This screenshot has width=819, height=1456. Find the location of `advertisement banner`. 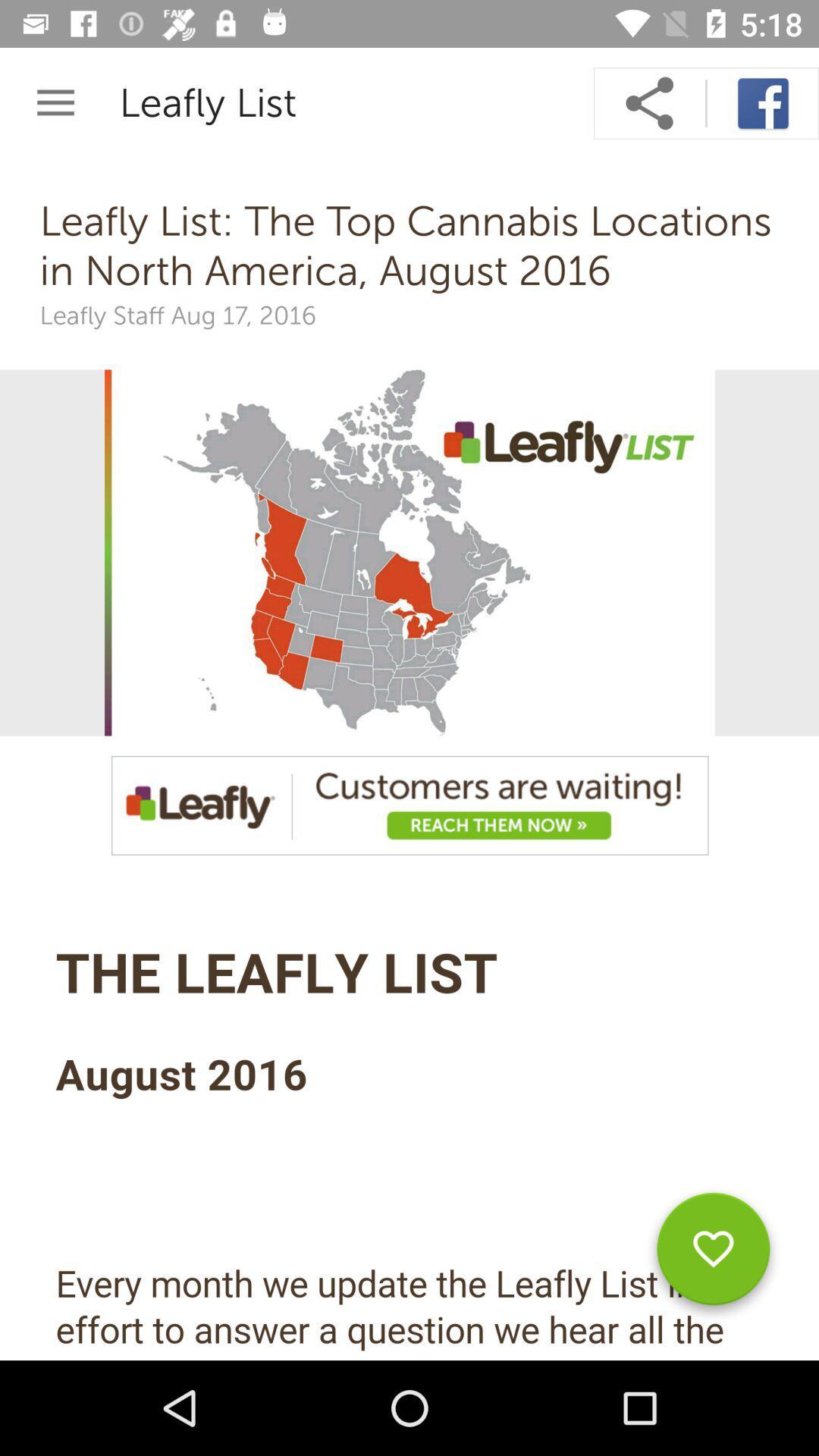

advertisement banner is located at coordinates (409, 805).